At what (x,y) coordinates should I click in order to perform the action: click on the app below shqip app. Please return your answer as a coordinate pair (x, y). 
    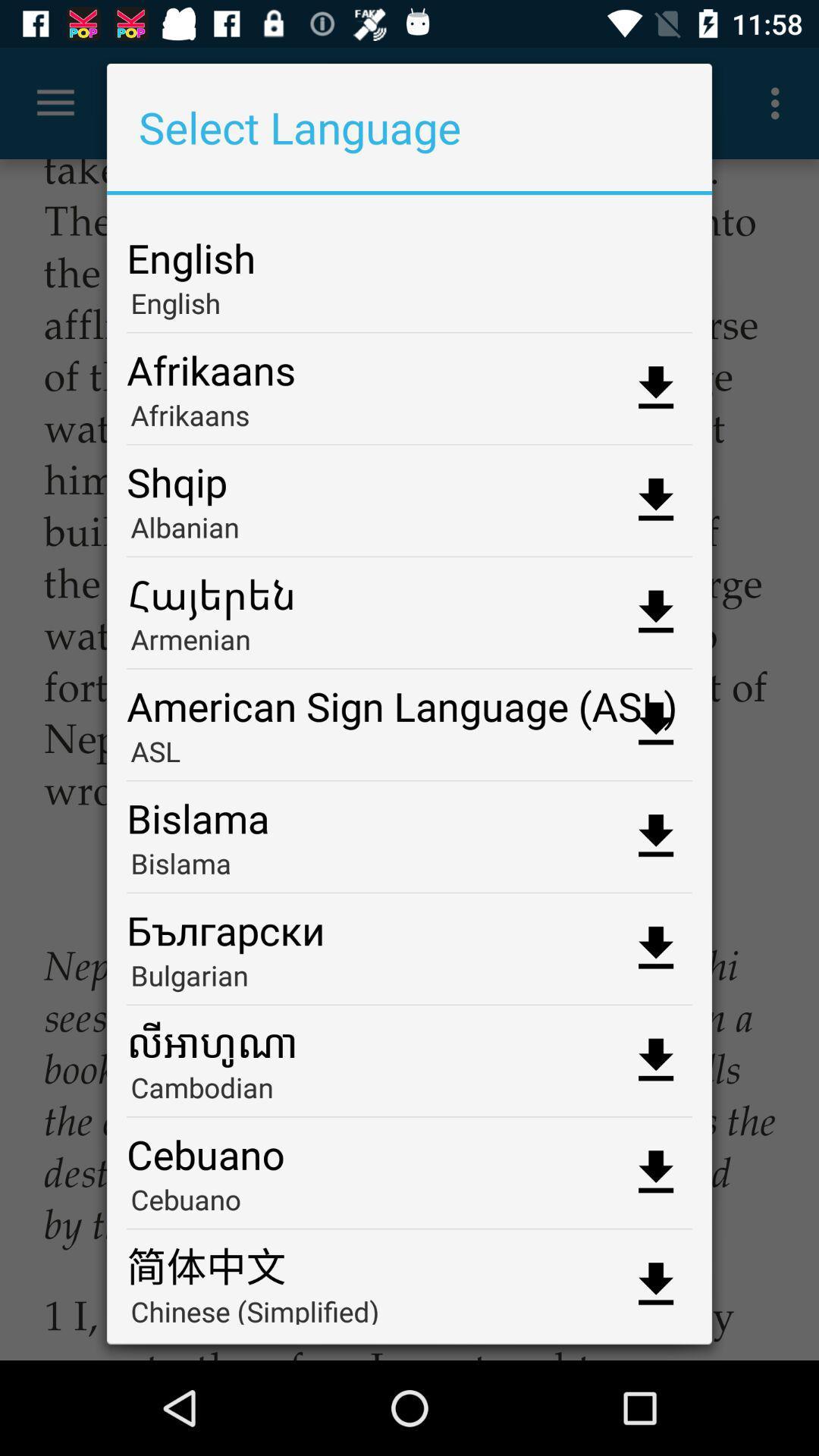
    Looking at the image, I should click on (409, 532).